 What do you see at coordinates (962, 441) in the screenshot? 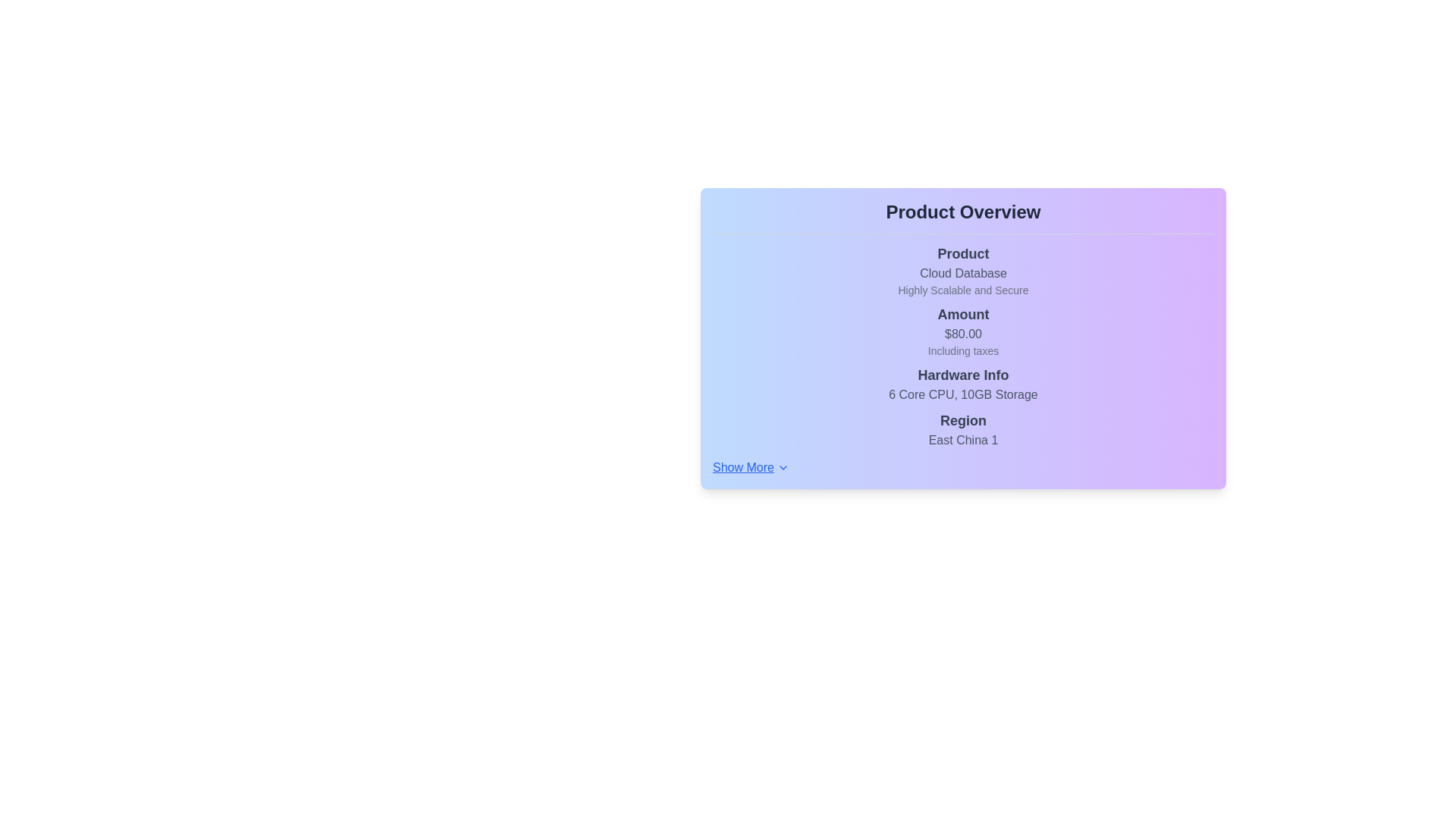
I see `the textual label that reads 'East China 1', styled in gray and positioned below the 'Region' heading` at bounding box center [962, 441].